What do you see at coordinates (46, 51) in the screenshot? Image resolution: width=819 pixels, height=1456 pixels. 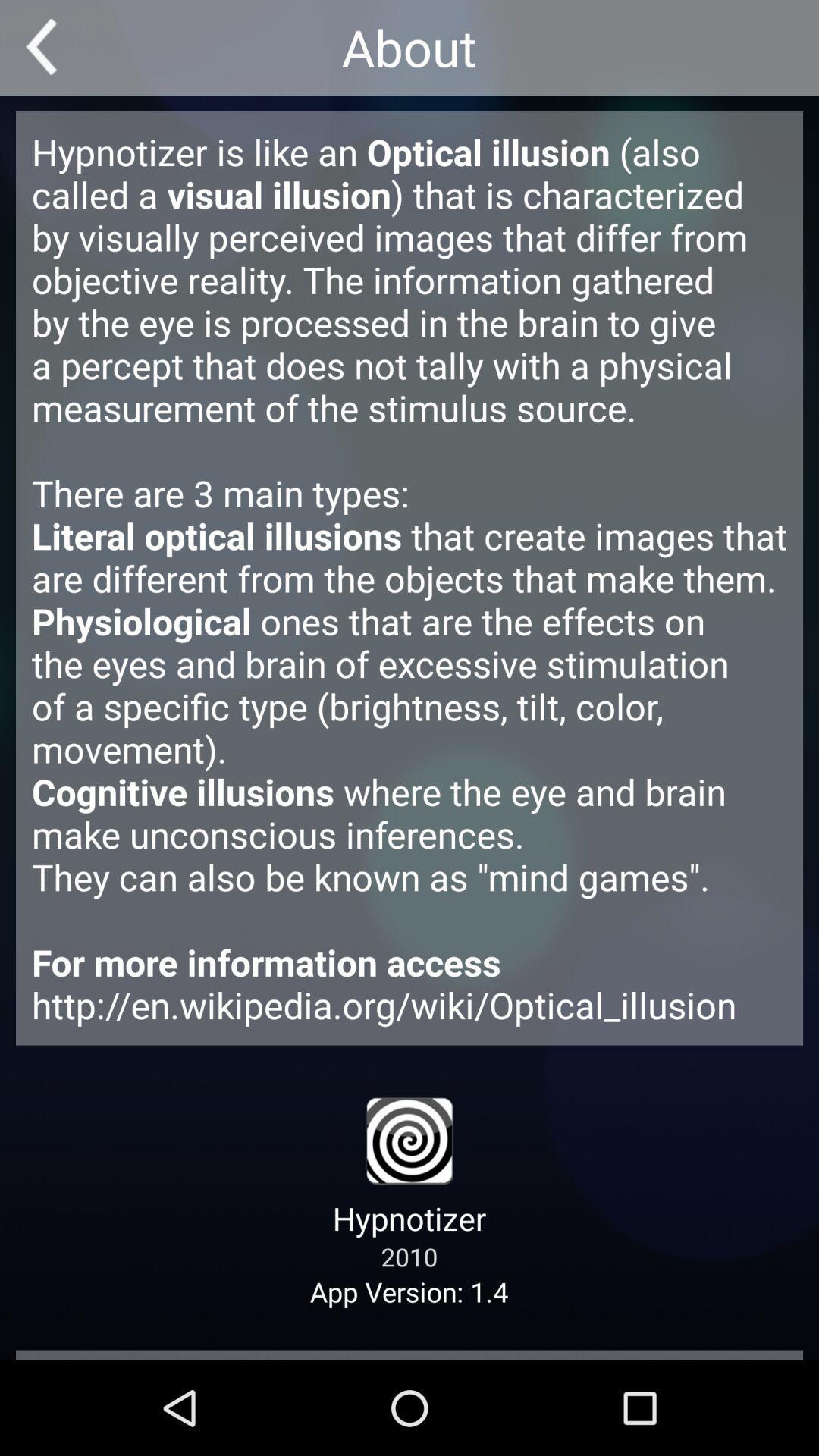 I see `the arrow_backward icon` at bounding box center [46, 51].